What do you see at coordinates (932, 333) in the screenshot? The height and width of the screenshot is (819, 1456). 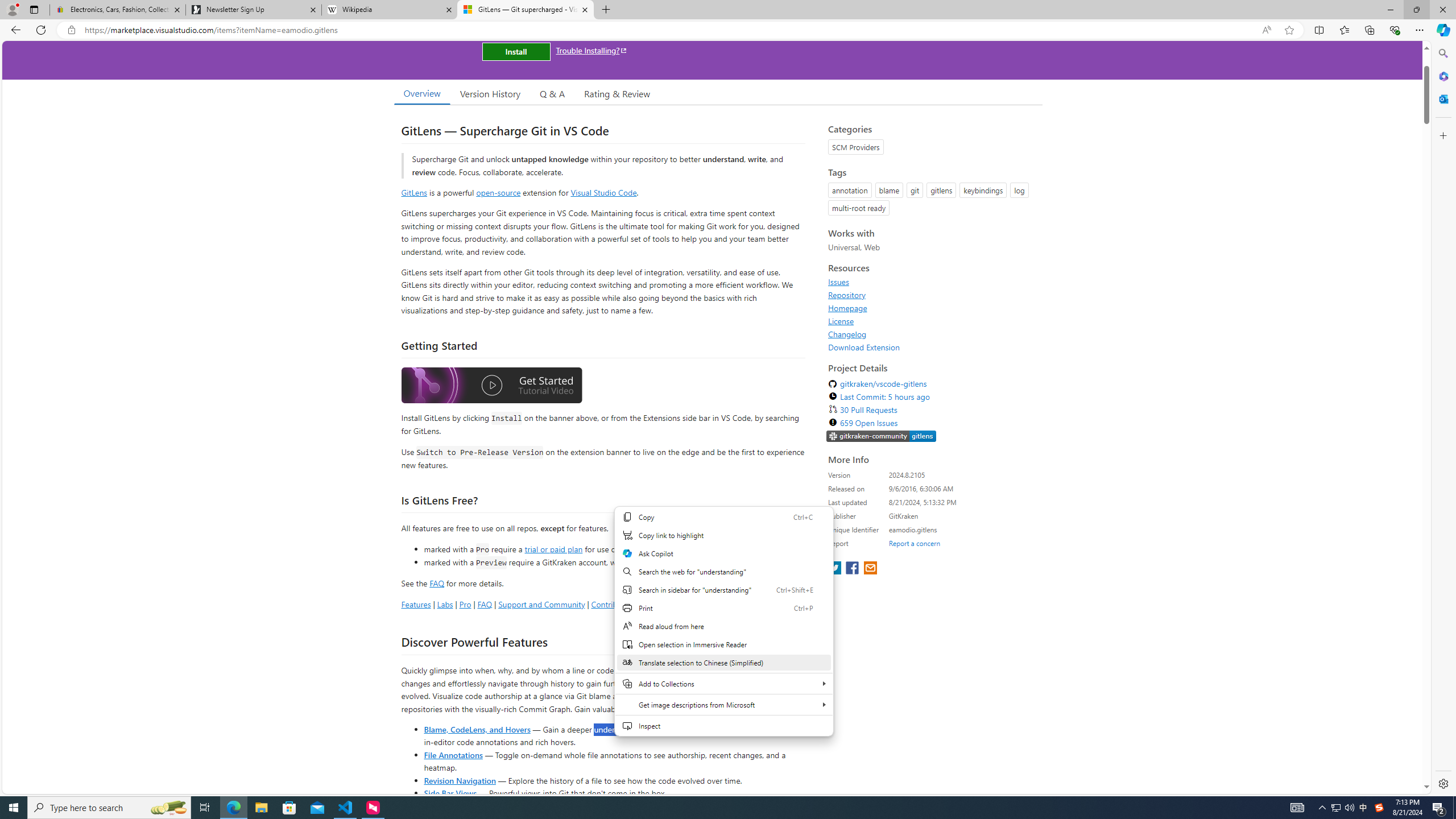 I see `'Changelog'` at bounding box center [932, 333].